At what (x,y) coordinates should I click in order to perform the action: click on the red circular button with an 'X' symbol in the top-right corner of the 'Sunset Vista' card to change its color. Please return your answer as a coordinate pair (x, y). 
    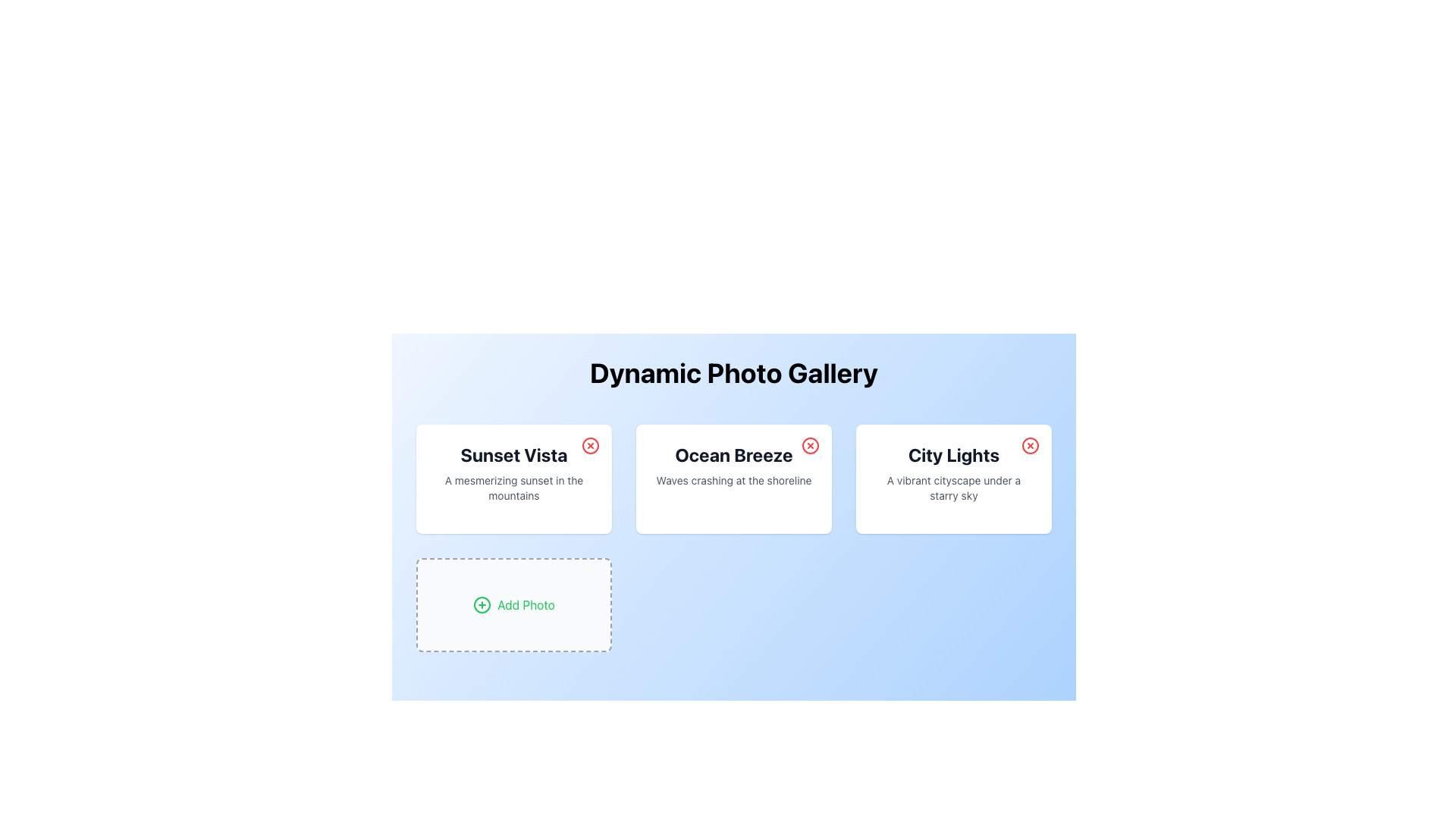
    Looking at the image, I should click on (589, 444).